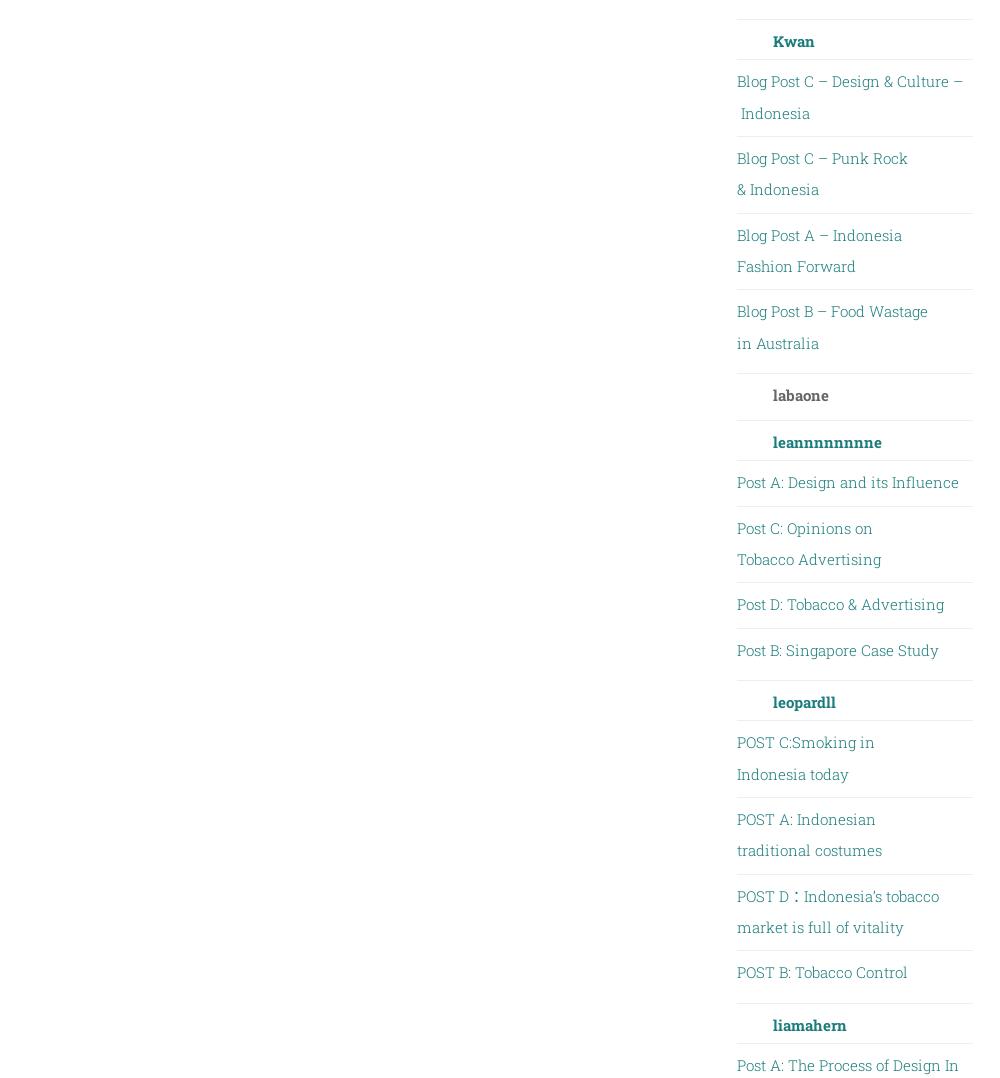 The height and width of the screenshot is (1078, 1000). I want to click on 'Kwan', so click(793, 40).